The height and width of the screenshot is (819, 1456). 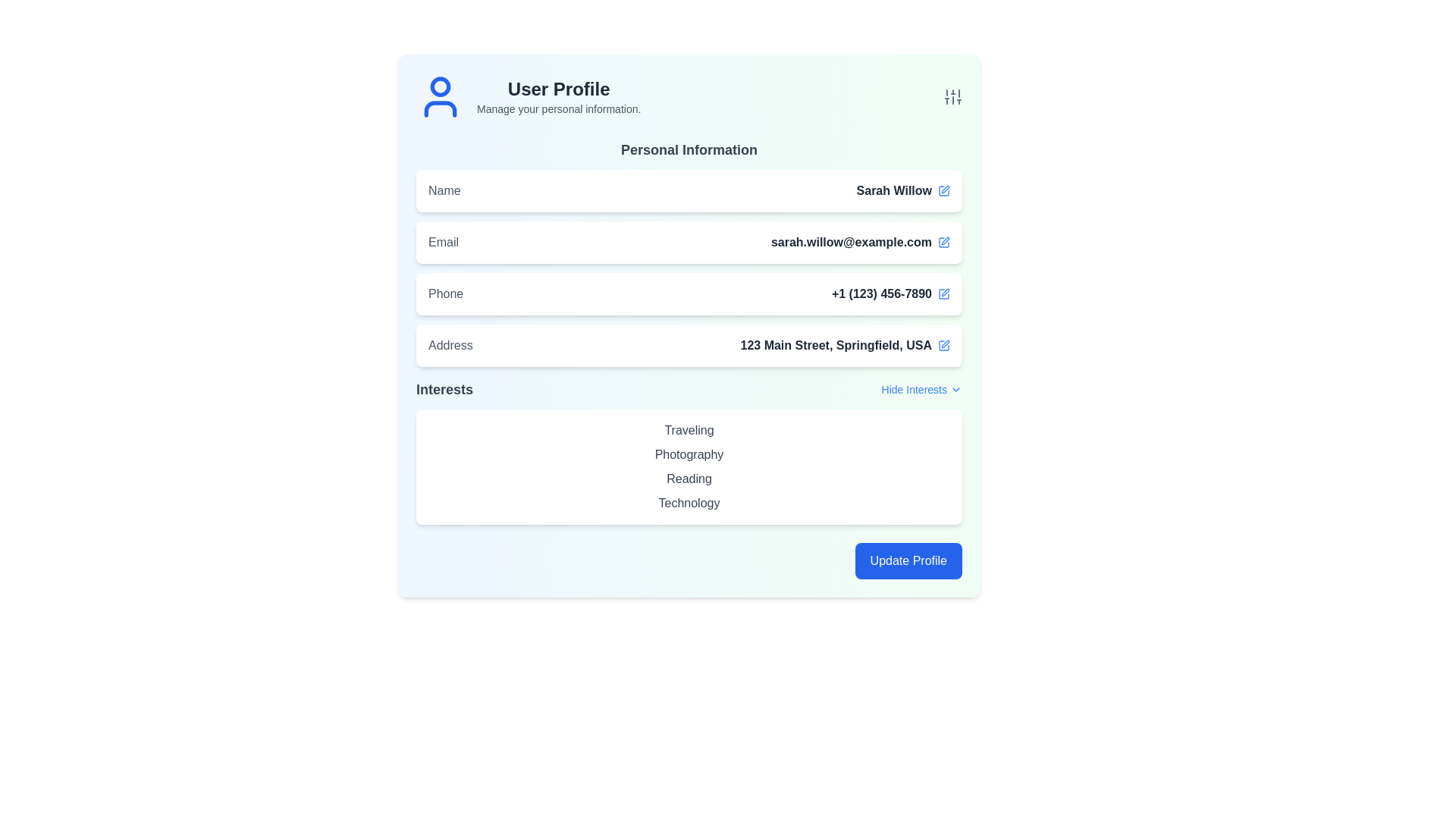 I want to click on the edit icon located on the right-hand side of the 'Phone' field to modify its content, so click(x=943, y=294).